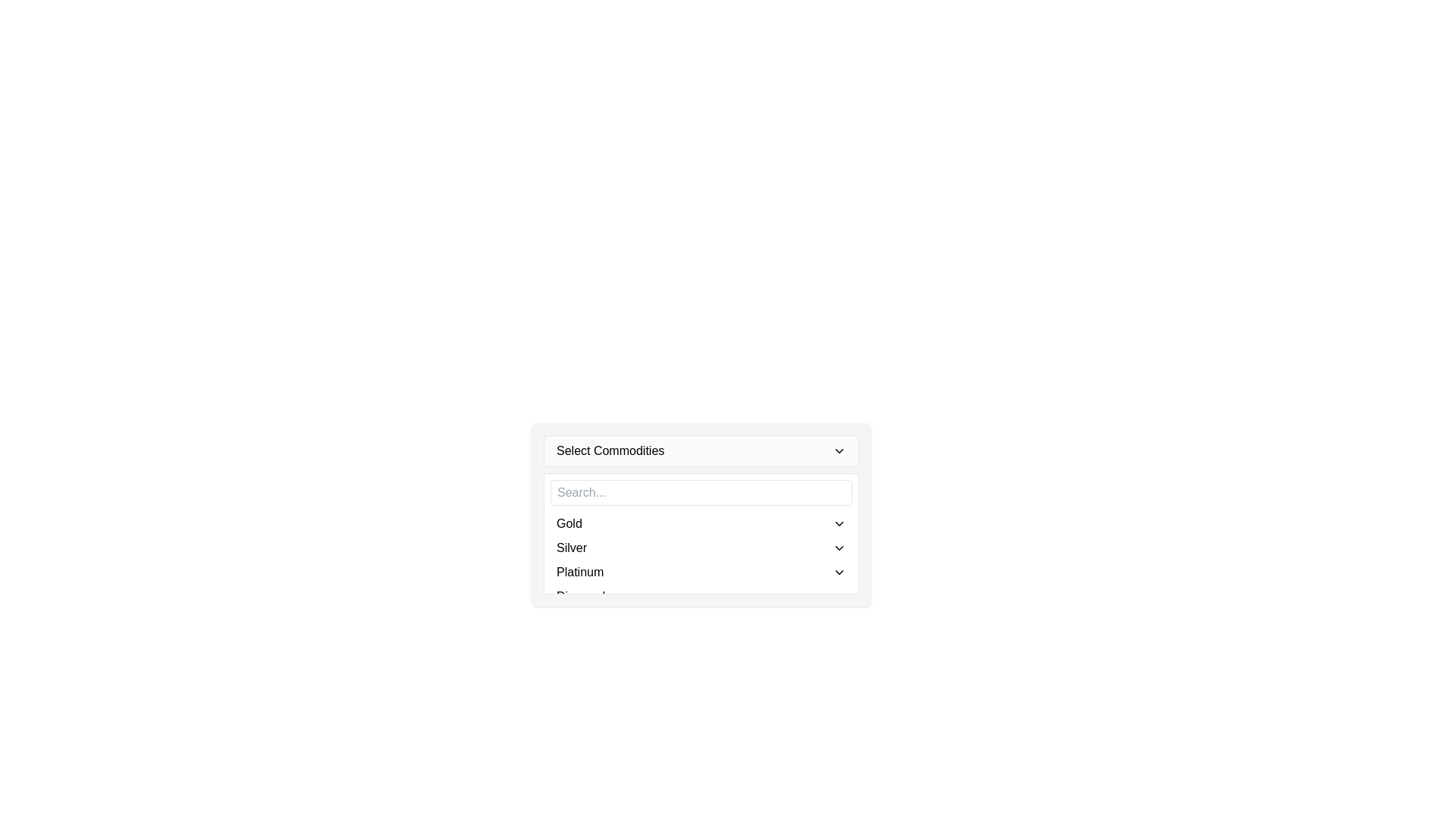  I want to click on displayed text 'Select Commodities' from the text label located on the left side of the dropdown menu header, so click(610, 450).